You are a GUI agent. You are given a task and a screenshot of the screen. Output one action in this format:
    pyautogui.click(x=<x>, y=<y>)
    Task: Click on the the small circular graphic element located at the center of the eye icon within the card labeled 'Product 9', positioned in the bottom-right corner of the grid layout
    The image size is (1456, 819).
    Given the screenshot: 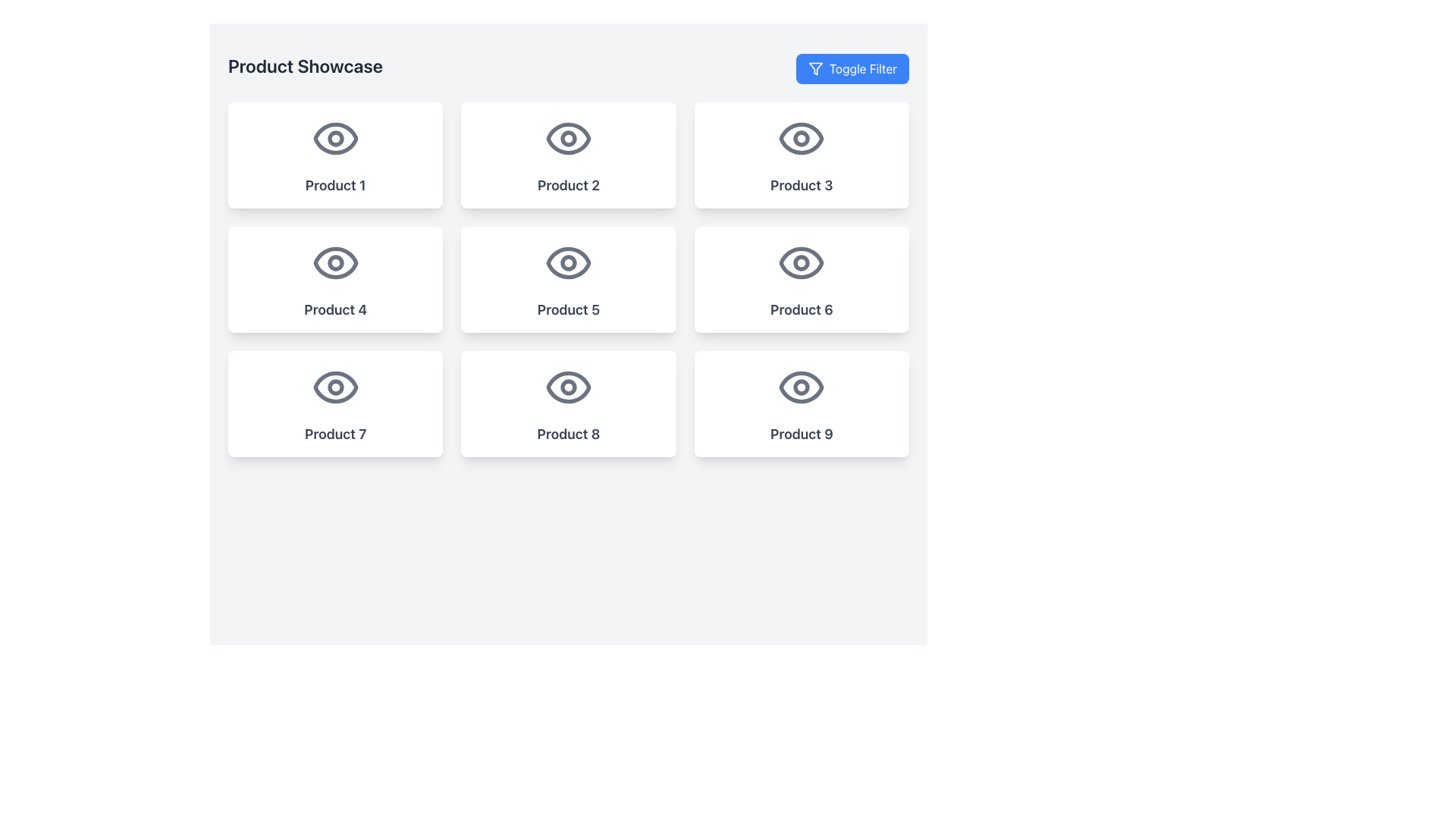 What is the action you would take?
    pyautogui.click(x=801, y=386)
    